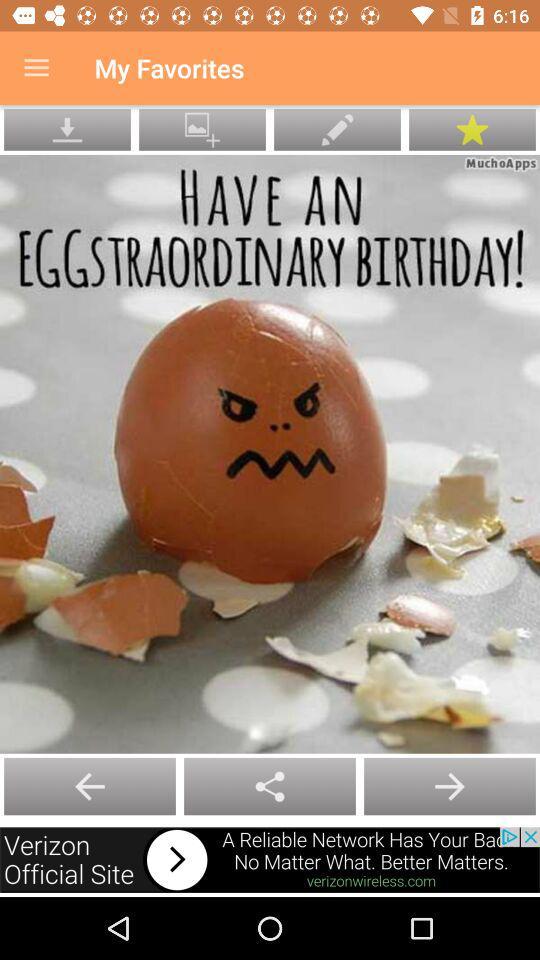 The image size is (540, 960). Describe the element at coordinates (449, 786) in the screenshot. I see `the add icon` at that location.